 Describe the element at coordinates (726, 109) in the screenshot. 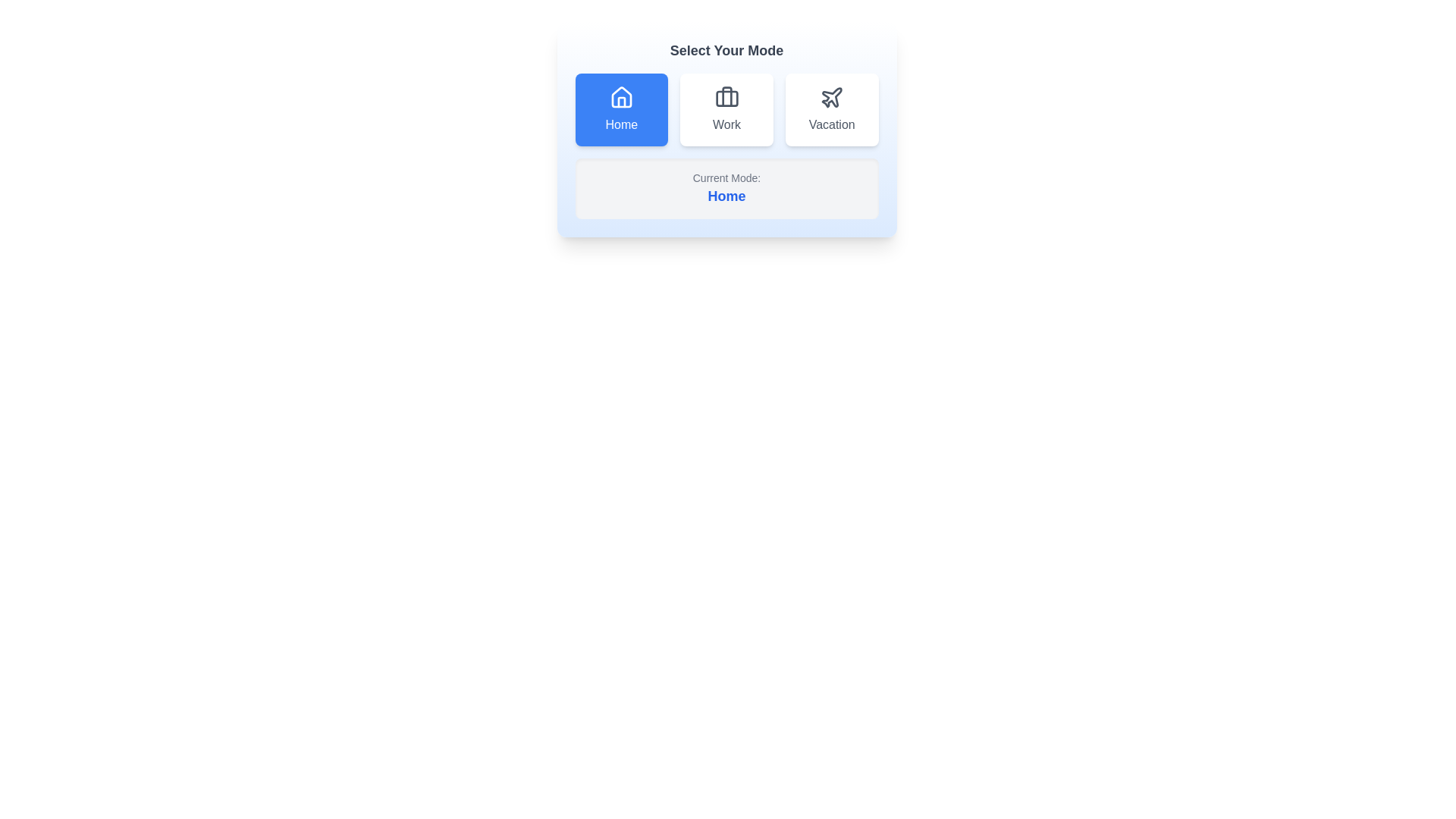

I see `the Work button to observe its hover effect` at that location.